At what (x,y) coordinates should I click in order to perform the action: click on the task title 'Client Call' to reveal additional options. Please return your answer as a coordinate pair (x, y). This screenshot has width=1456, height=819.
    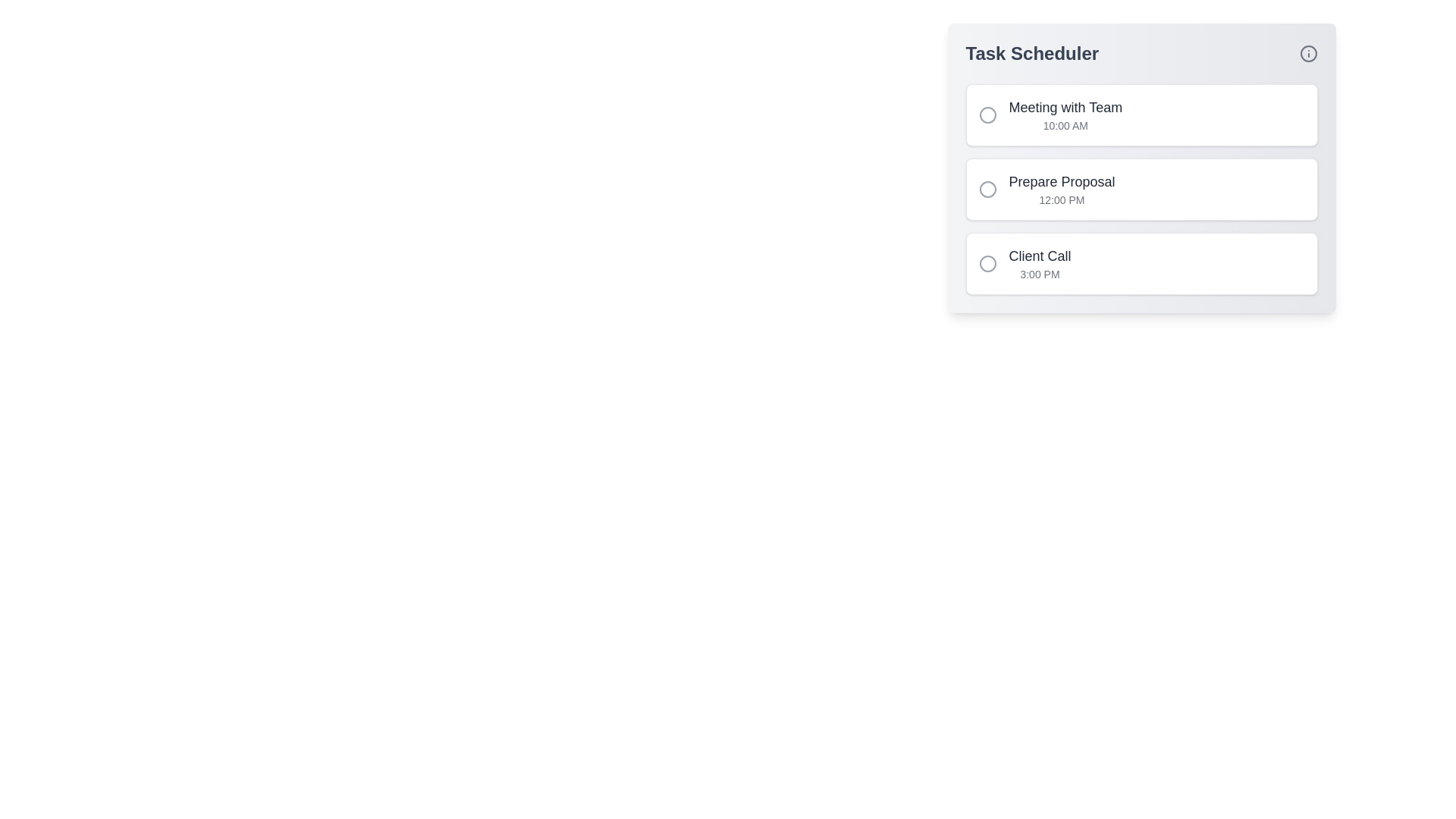
    Looking at the image, I should click on (1039, 256).